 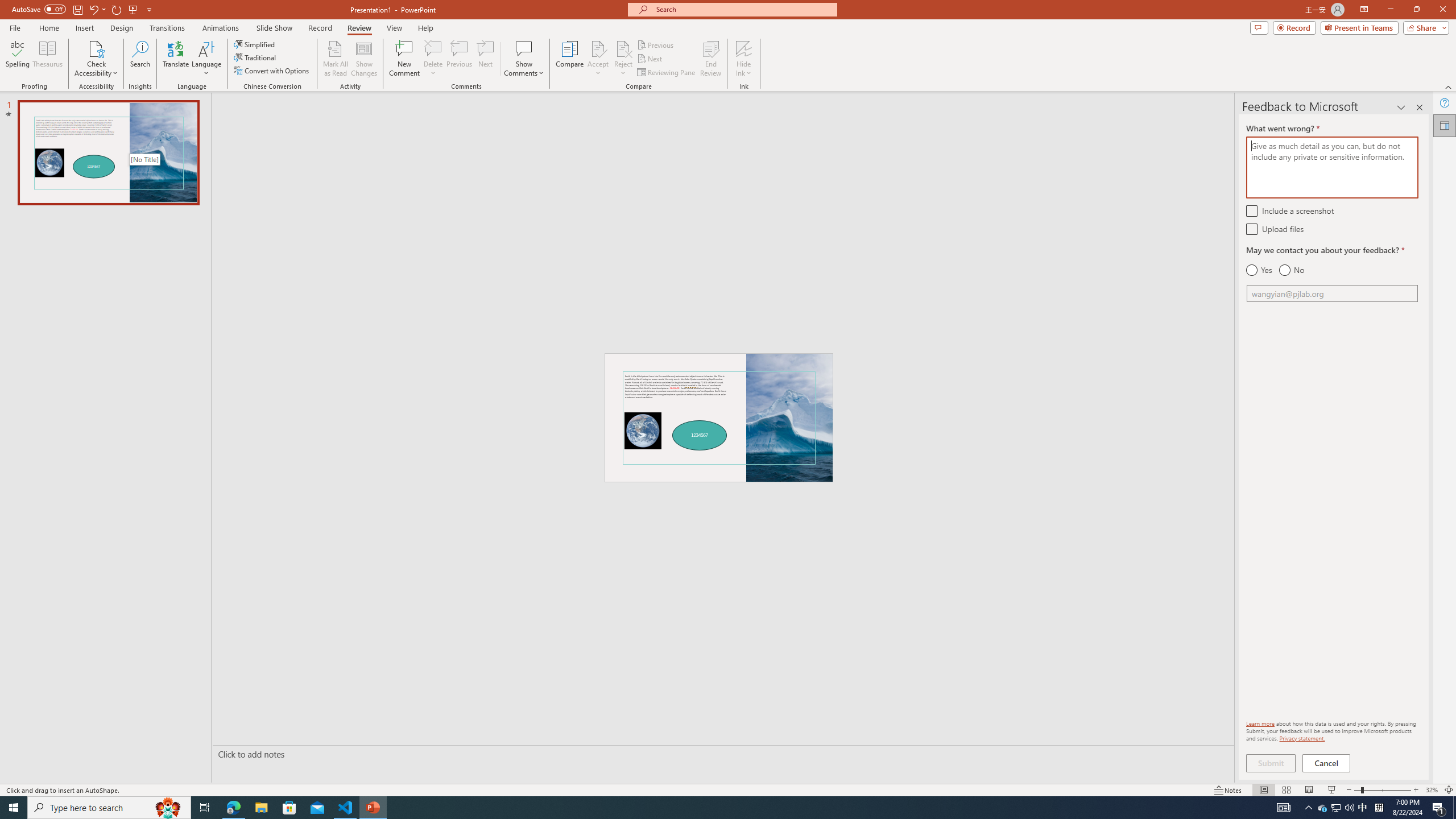 I want to click on 'Learn more', so click(x=1260, y=723).